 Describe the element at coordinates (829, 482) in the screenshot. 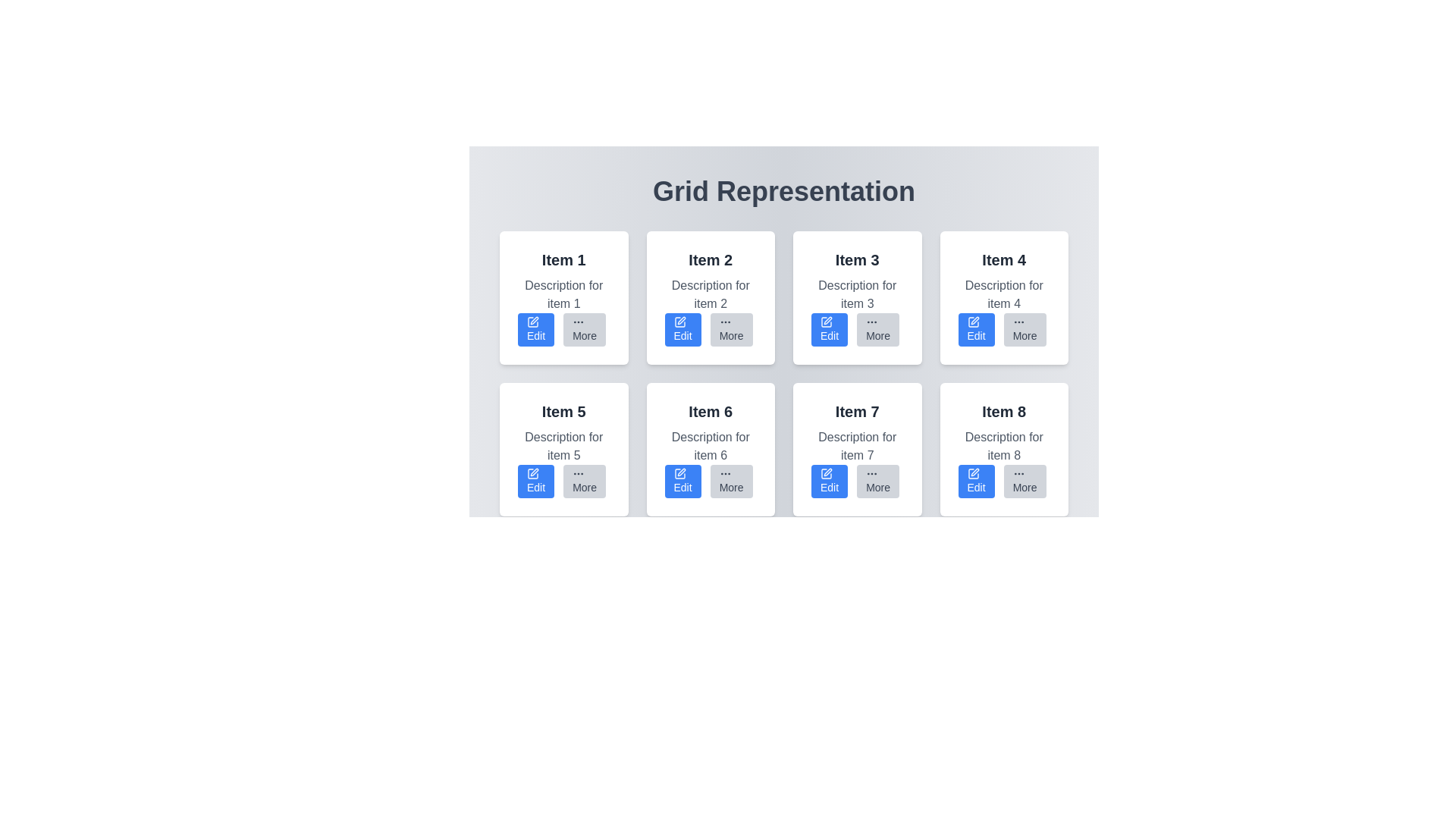

I see `the 'Edit' button, which is a rectangular button with white text on a blue background and a pen icon, to observe the hover effect` at that location.